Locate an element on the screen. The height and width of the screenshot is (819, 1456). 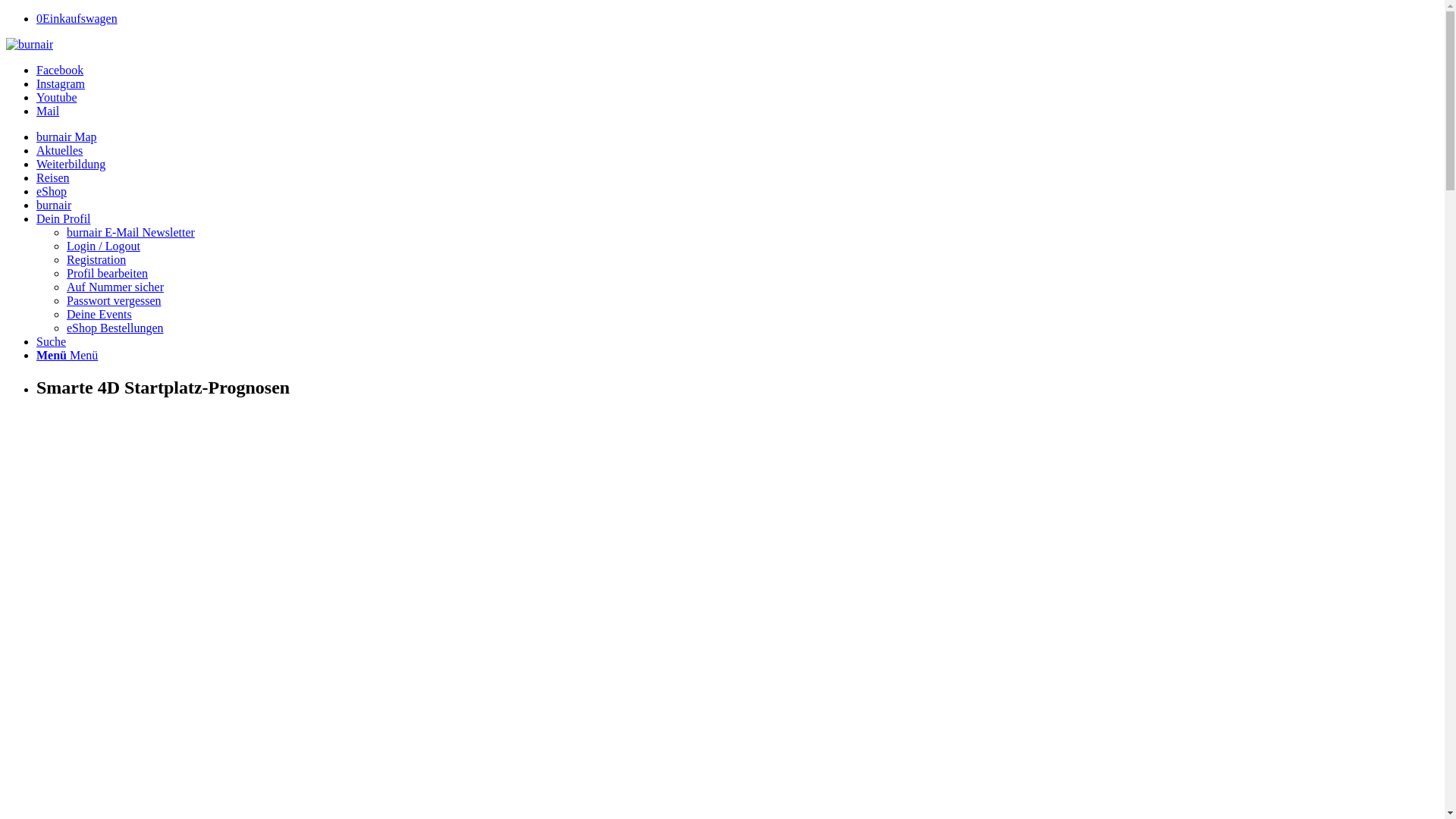
'eShop' is located at coordinates (51, 190).